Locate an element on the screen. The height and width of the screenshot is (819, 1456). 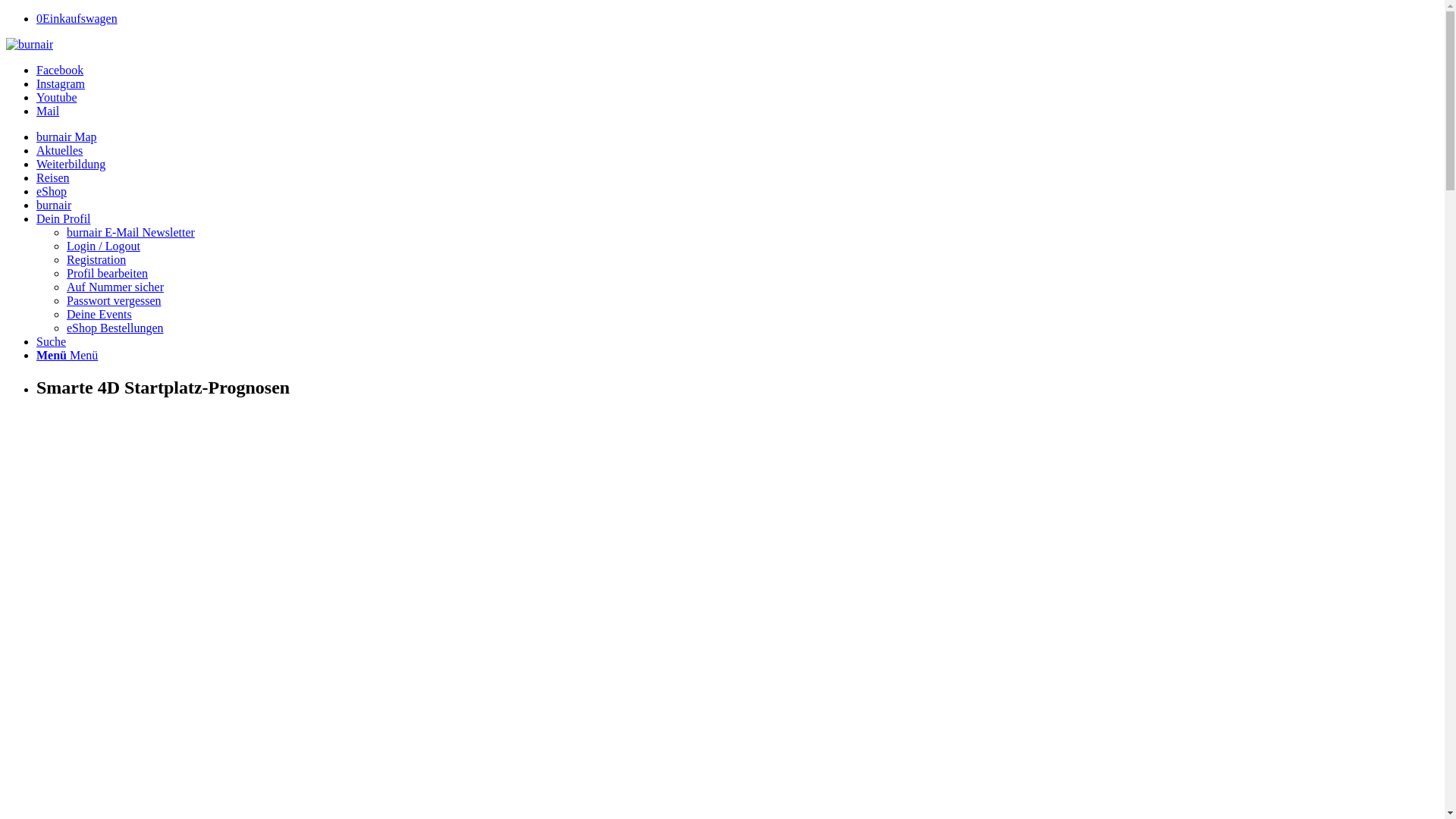
'eShop' is located at coordinates (51, 190).